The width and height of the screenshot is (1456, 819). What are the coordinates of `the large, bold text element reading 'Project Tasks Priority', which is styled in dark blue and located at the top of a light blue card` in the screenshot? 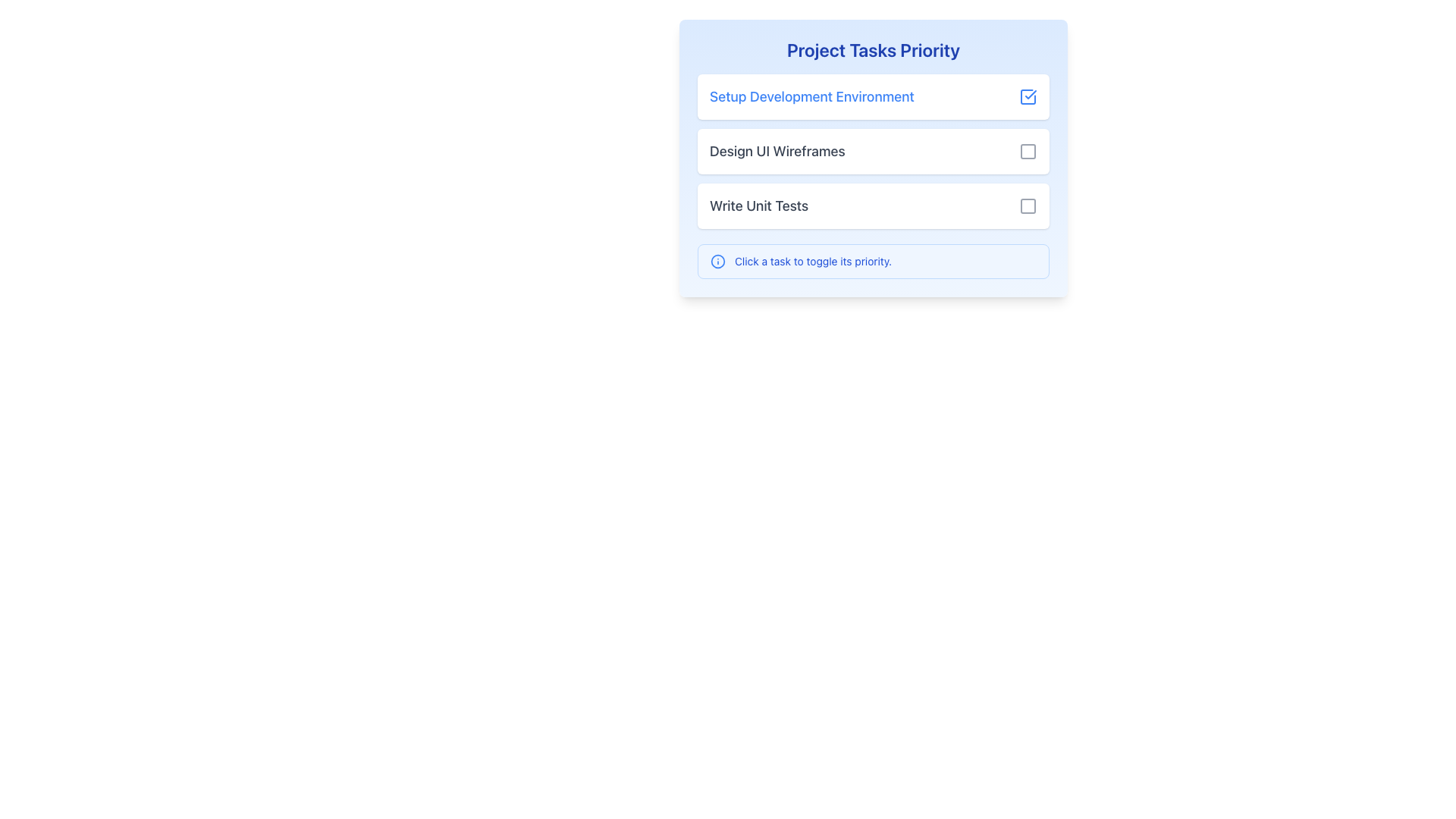 It's located at (874, 49).